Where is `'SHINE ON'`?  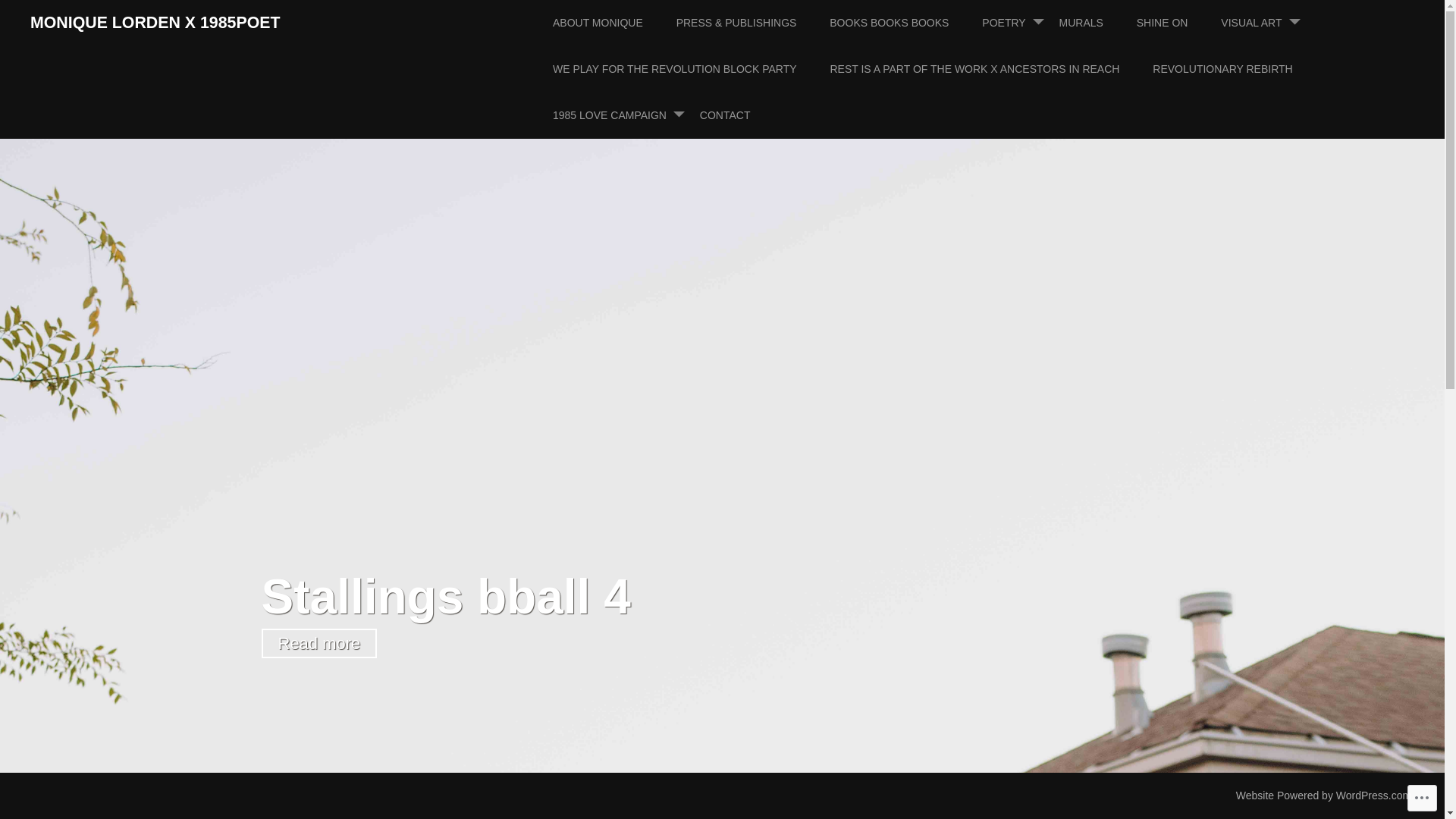
'SHINE ON' is located at coordinates (1177, 23).